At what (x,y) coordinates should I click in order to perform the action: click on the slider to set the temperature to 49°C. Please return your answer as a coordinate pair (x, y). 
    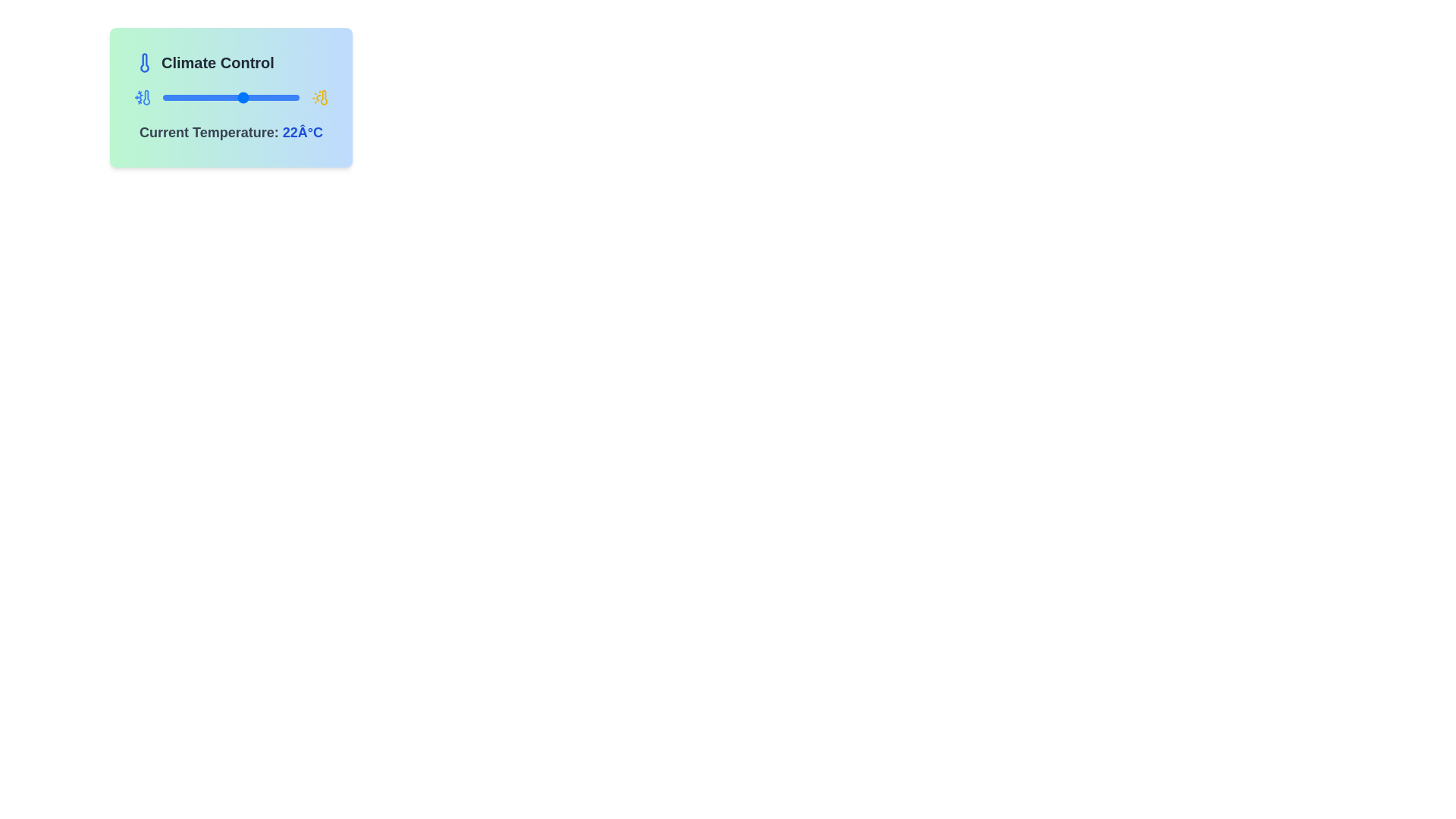
    Looking at the image, I should click on (297, 97).